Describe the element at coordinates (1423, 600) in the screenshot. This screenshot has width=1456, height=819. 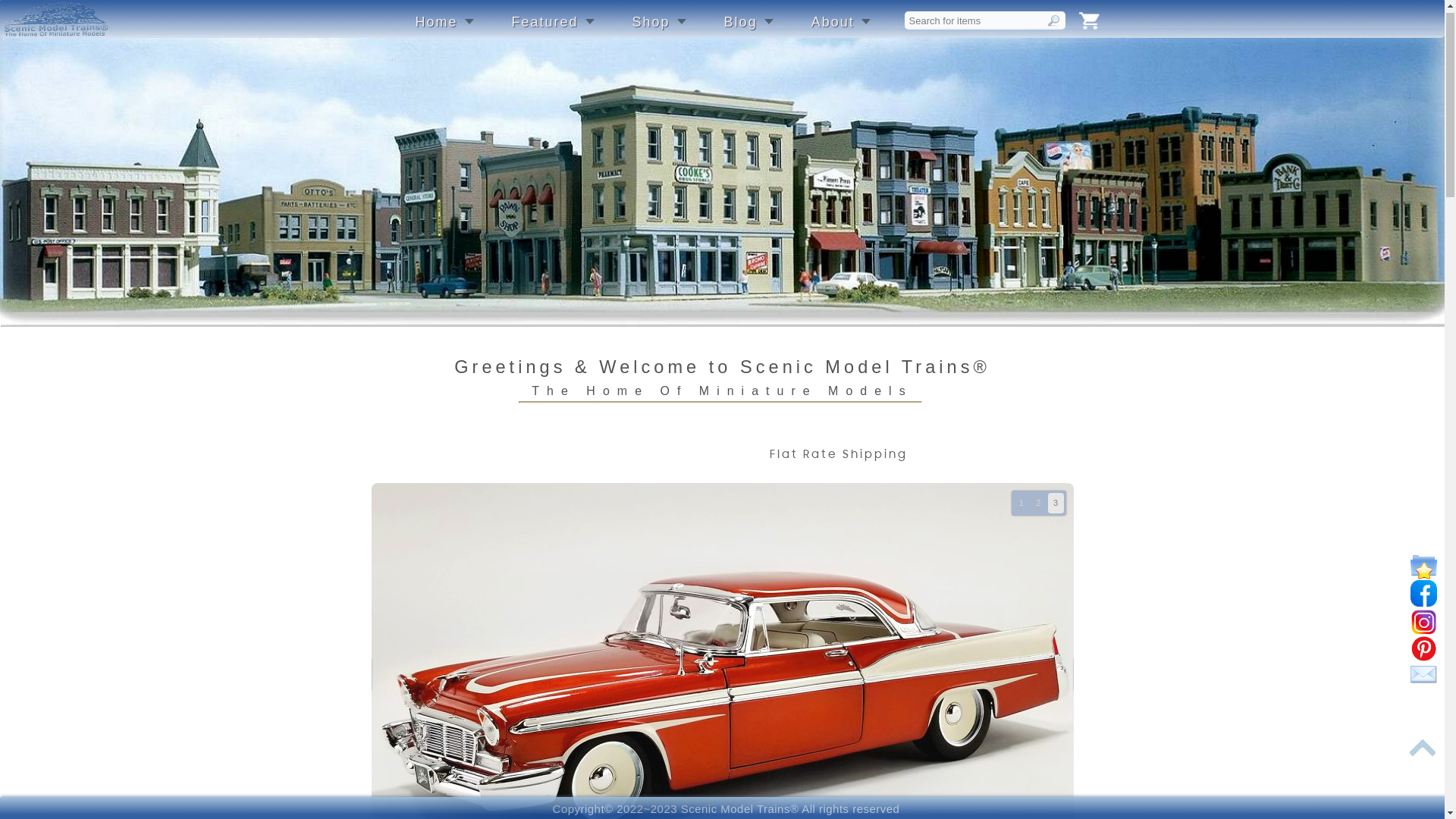
I see `'Visit us on Facebook'` at that location.